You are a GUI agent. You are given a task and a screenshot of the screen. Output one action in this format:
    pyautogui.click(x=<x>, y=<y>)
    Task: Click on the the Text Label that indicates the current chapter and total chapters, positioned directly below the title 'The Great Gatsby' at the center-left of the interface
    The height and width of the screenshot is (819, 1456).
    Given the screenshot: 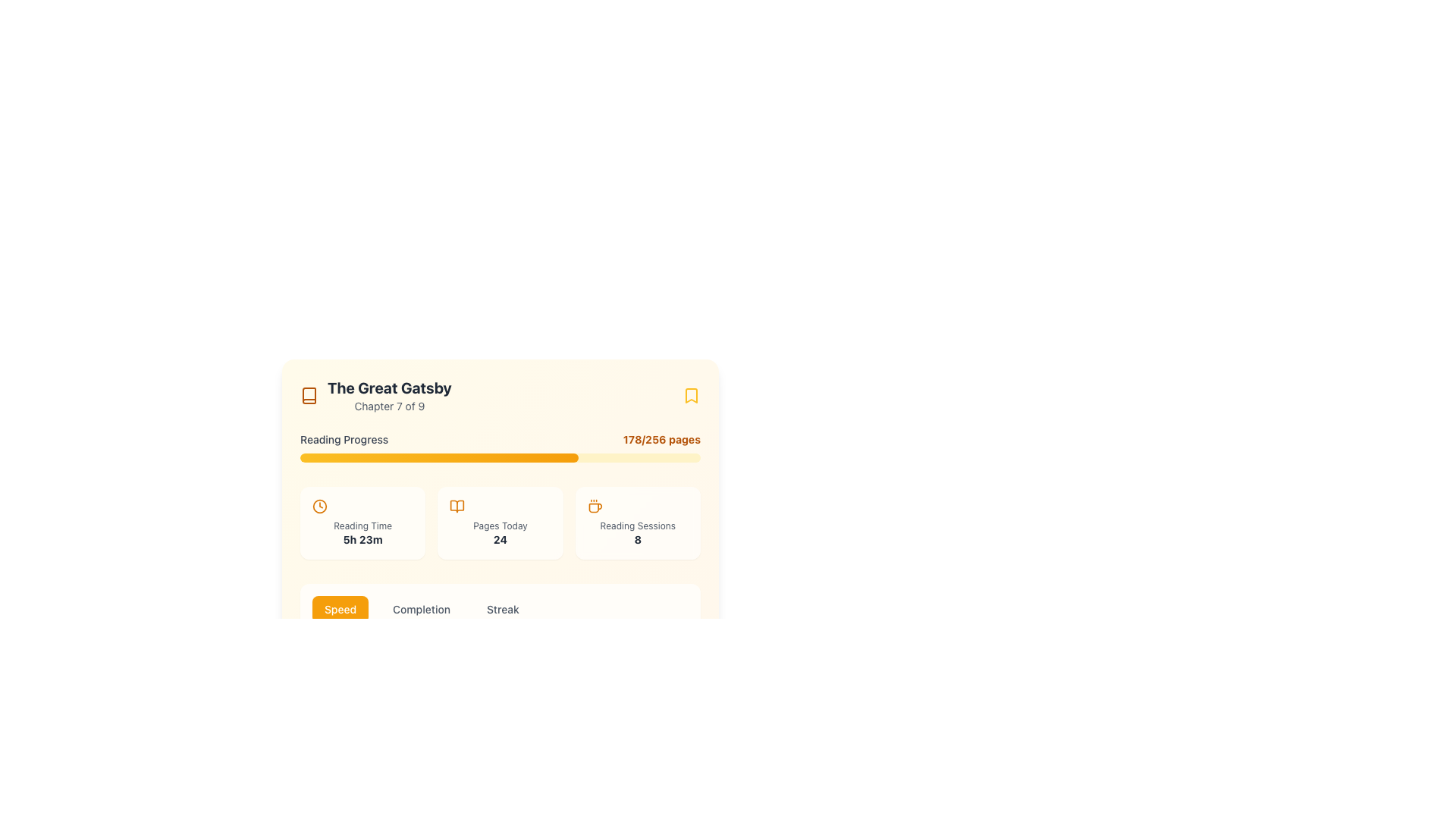 What is the action you would take?
    pyautogui.click(x=389, y=406)
    